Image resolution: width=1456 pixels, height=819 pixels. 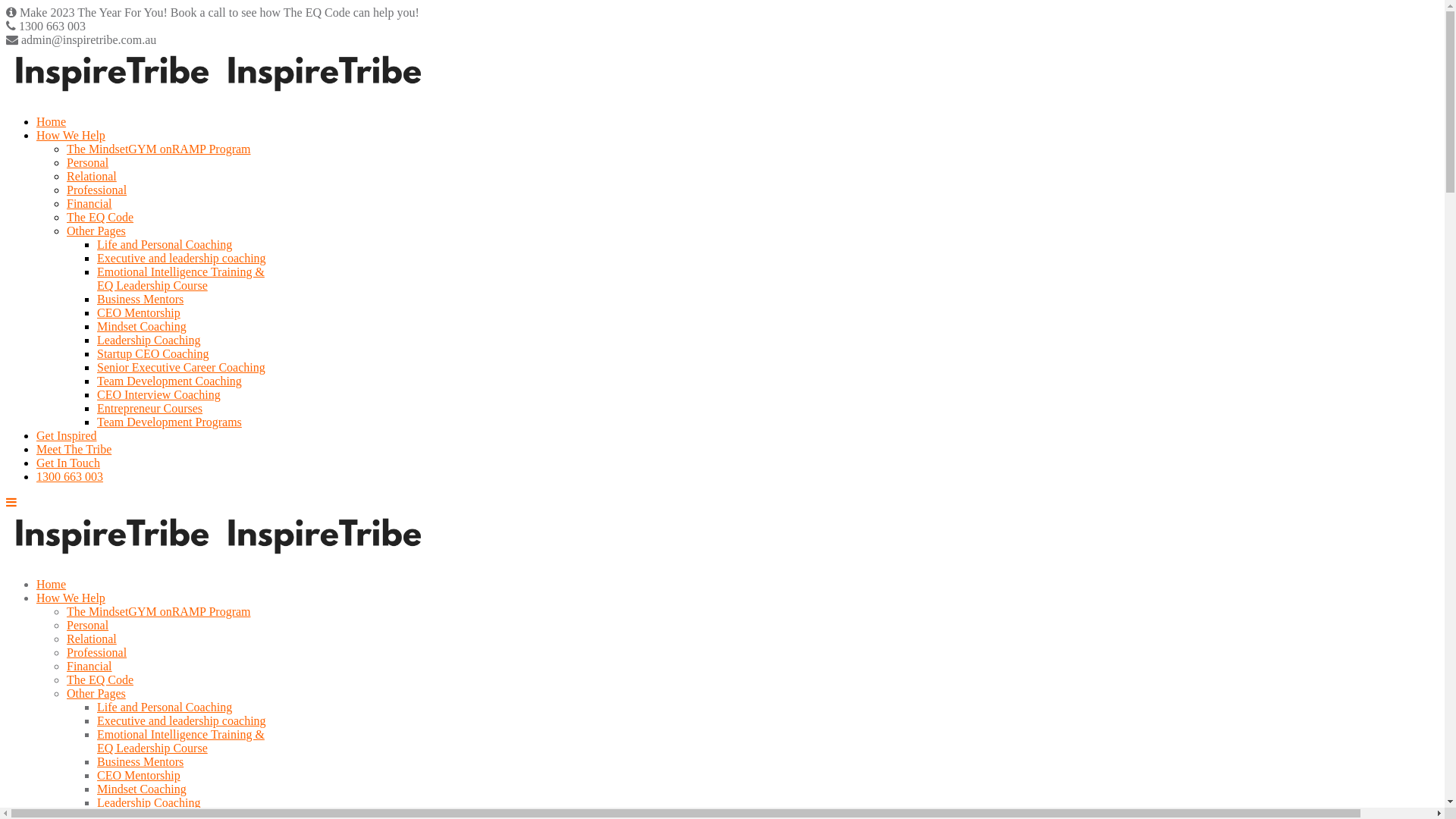 I want to click on 'The MindsetGYM onRAMP Program', so click(x=158, y=149).